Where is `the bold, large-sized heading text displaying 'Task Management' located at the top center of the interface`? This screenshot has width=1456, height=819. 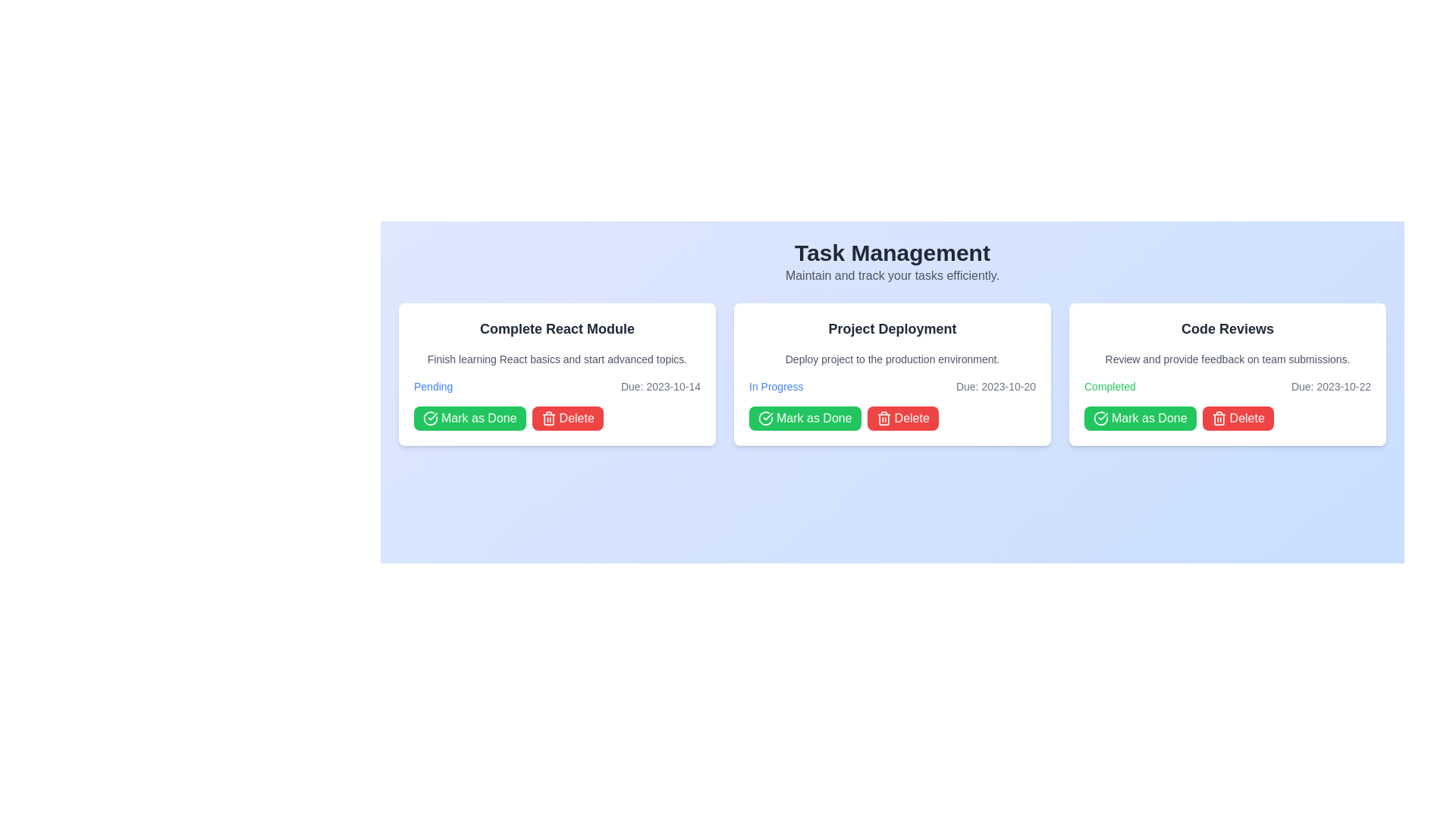
the bold, large-sized heading text displaying 'Task Management' located at the top center of the interface is located at coordinates (892, 253).